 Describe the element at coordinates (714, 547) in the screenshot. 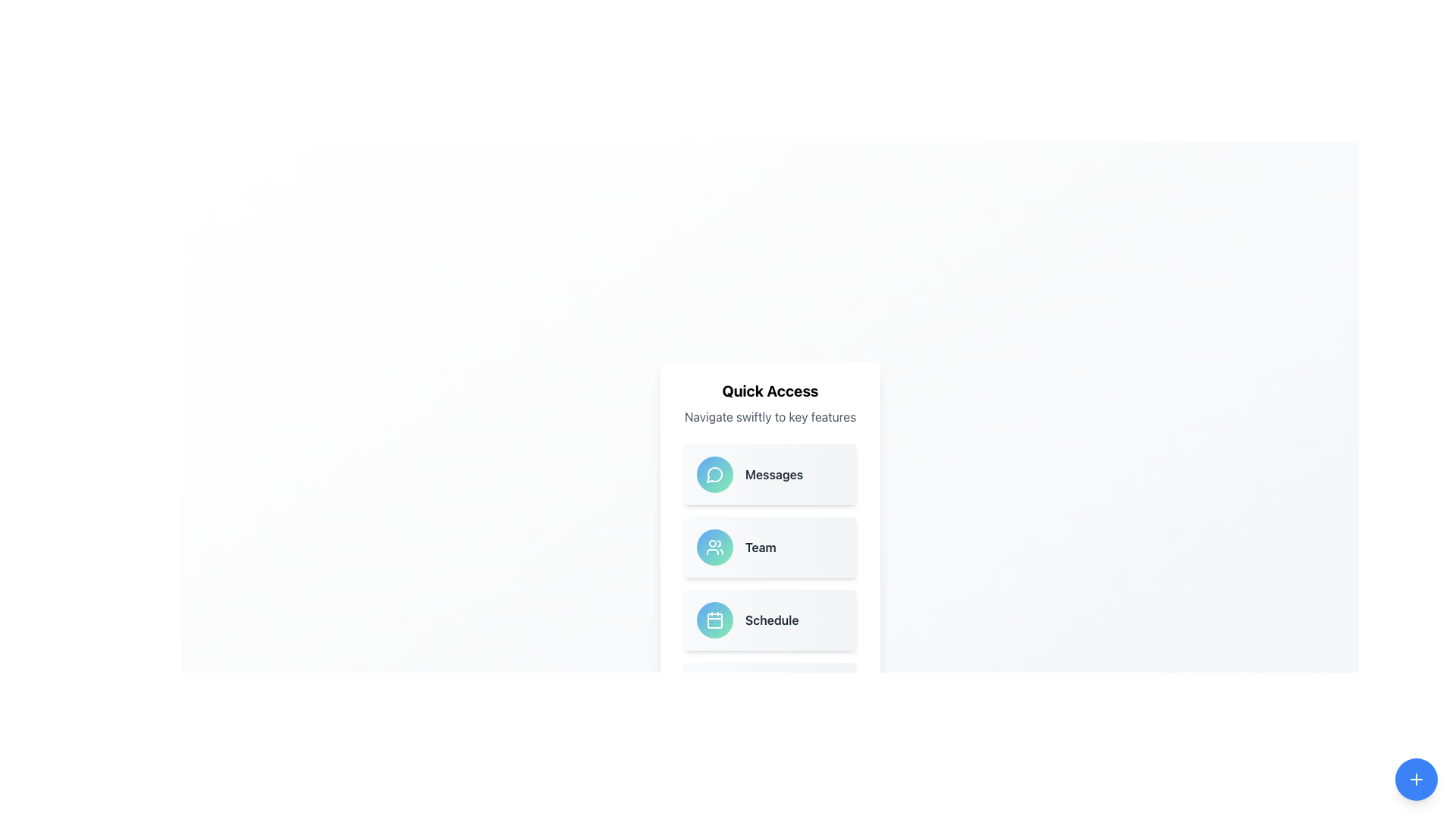

I see `the circular icon with a gradient background transitioning from blue to green, featuring a white icon of two stylized users, located in the 'Team' section of the interface as the second item in a horizontal list of features` at that location.